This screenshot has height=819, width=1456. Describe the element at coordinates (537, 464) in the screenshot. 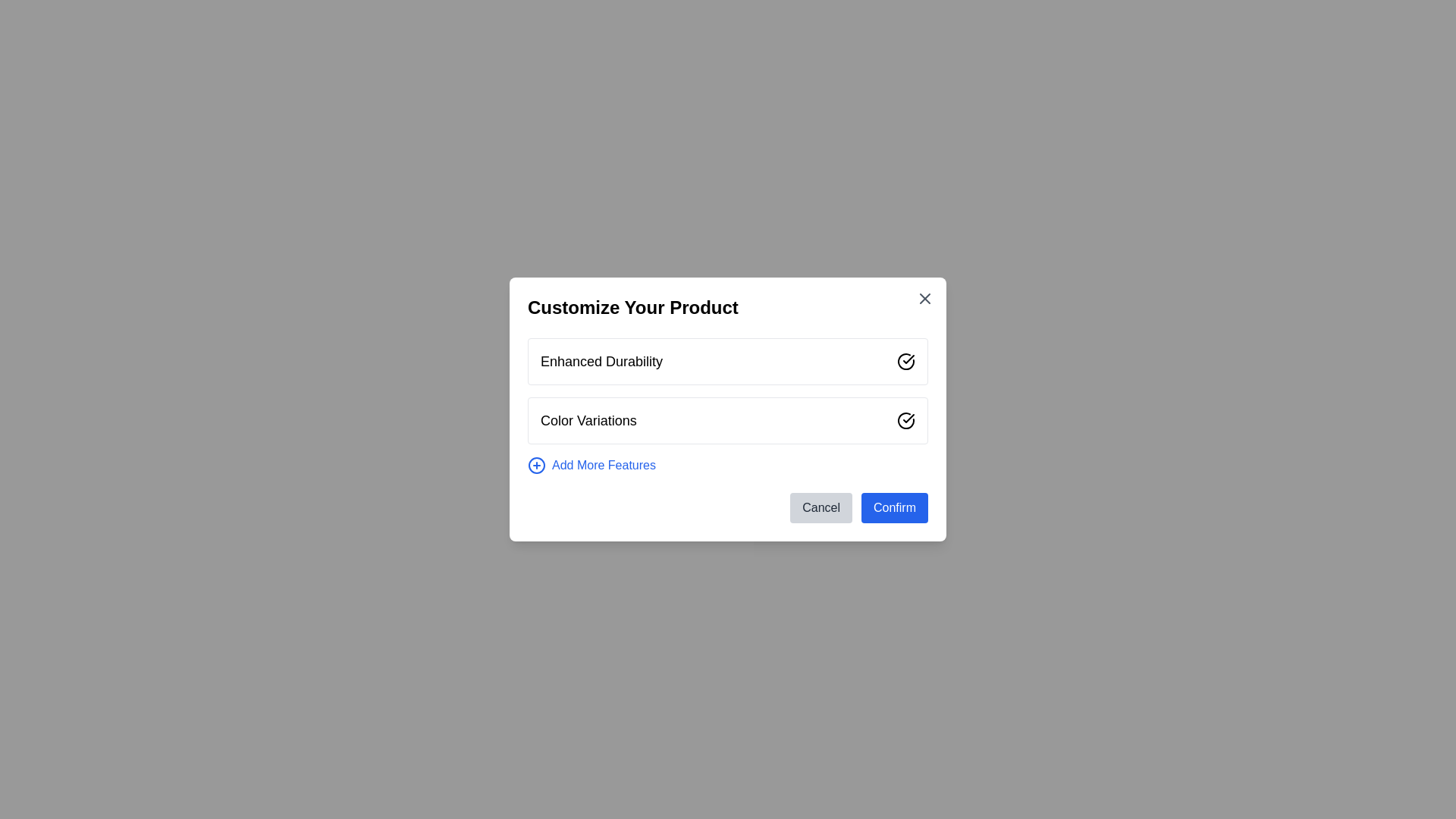

I see `the circular icon representing the addition functionality, located to the left of the 'Add More Features' text link within the modal box` at that location.